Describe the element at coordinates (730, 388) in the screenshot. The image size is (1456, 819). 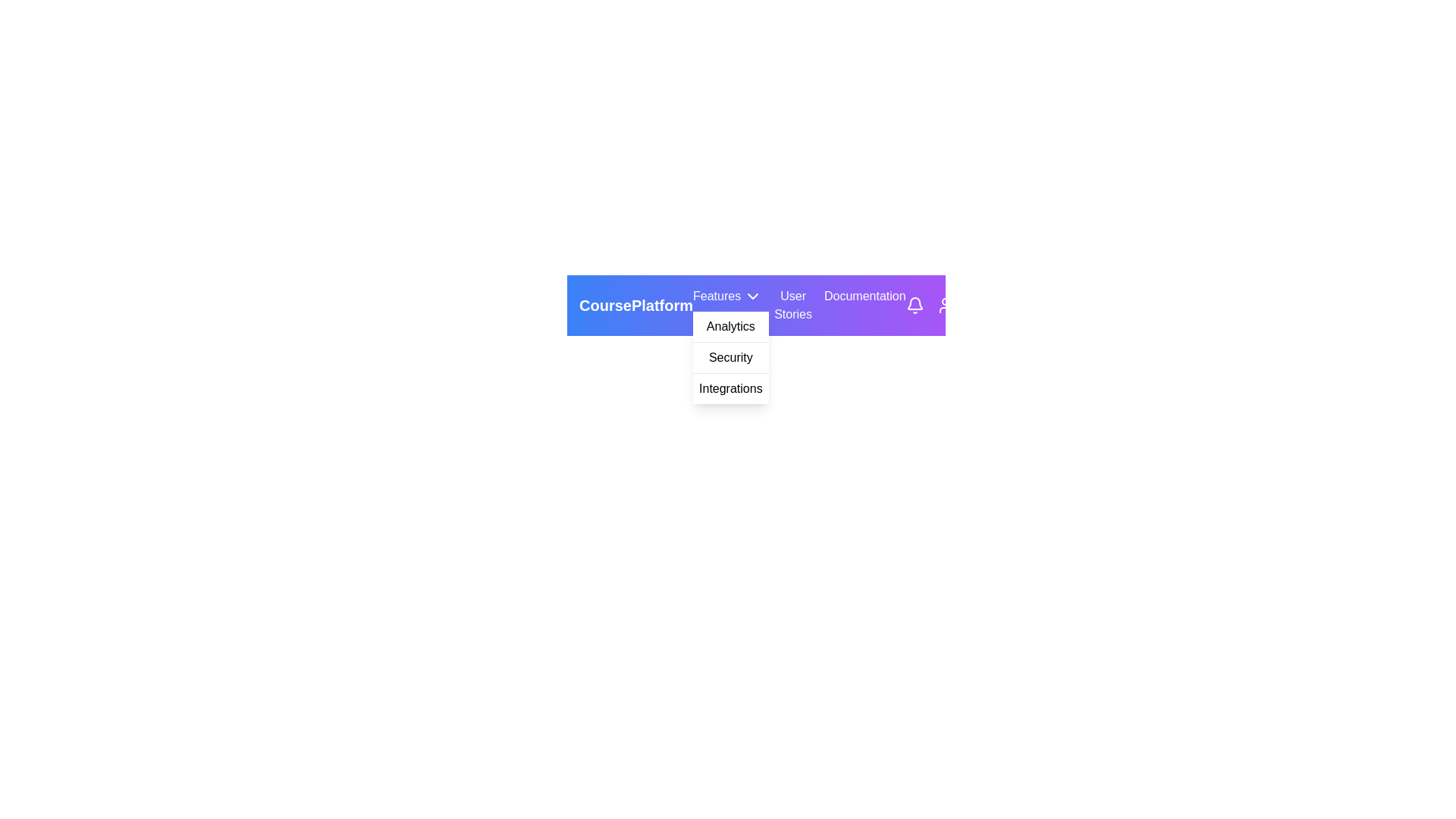
I see `the 'Integrations' text label in the dropdown menu under 'Features'` at that location.